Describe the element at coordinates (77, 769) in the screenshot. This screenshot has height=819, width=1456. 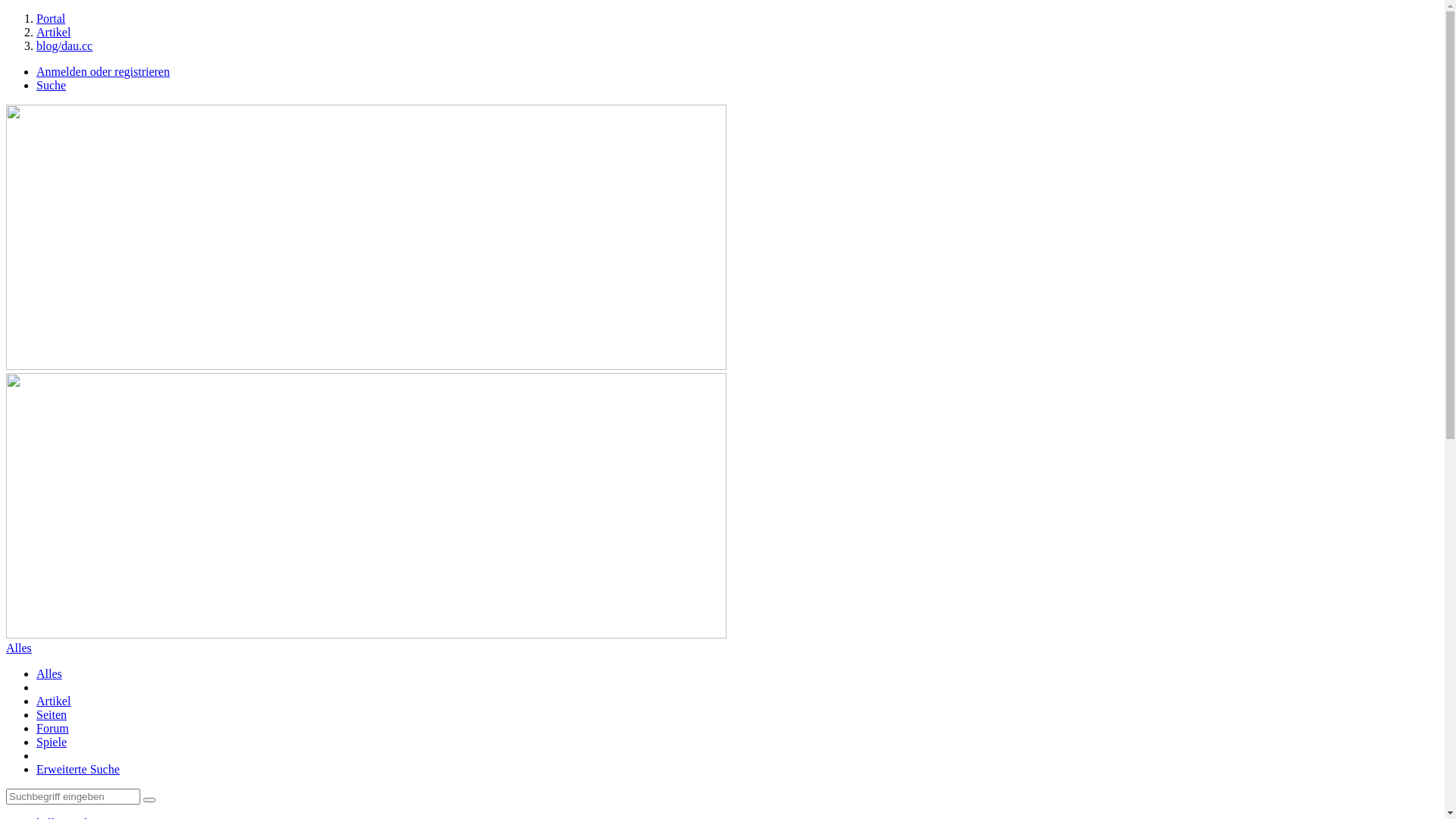
I see `'Erweiterte Suche'` at that location.